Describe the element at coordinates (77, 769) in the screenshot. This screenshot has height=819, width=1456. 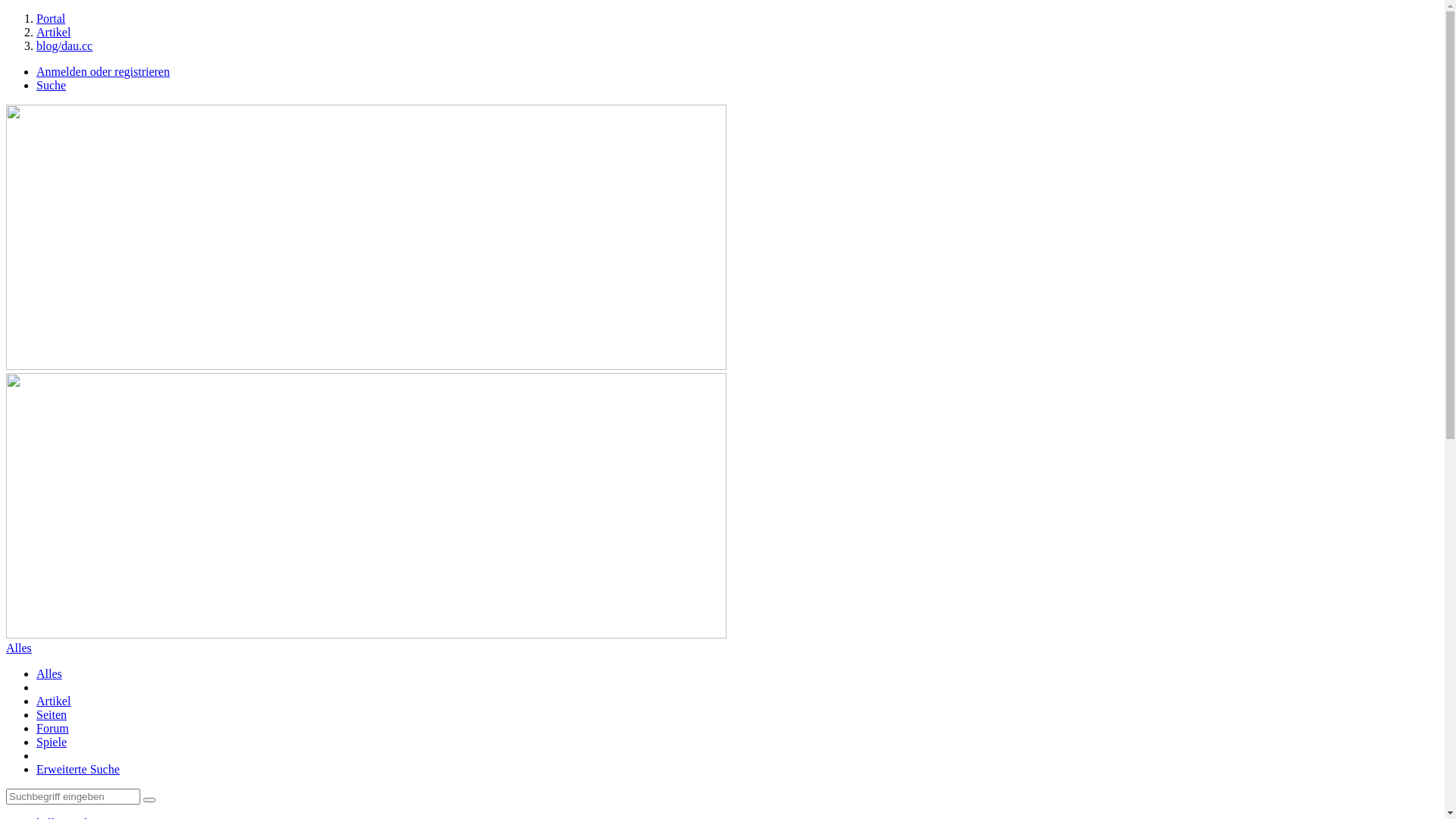
I see `'Erweiterte Suche'` at that location.